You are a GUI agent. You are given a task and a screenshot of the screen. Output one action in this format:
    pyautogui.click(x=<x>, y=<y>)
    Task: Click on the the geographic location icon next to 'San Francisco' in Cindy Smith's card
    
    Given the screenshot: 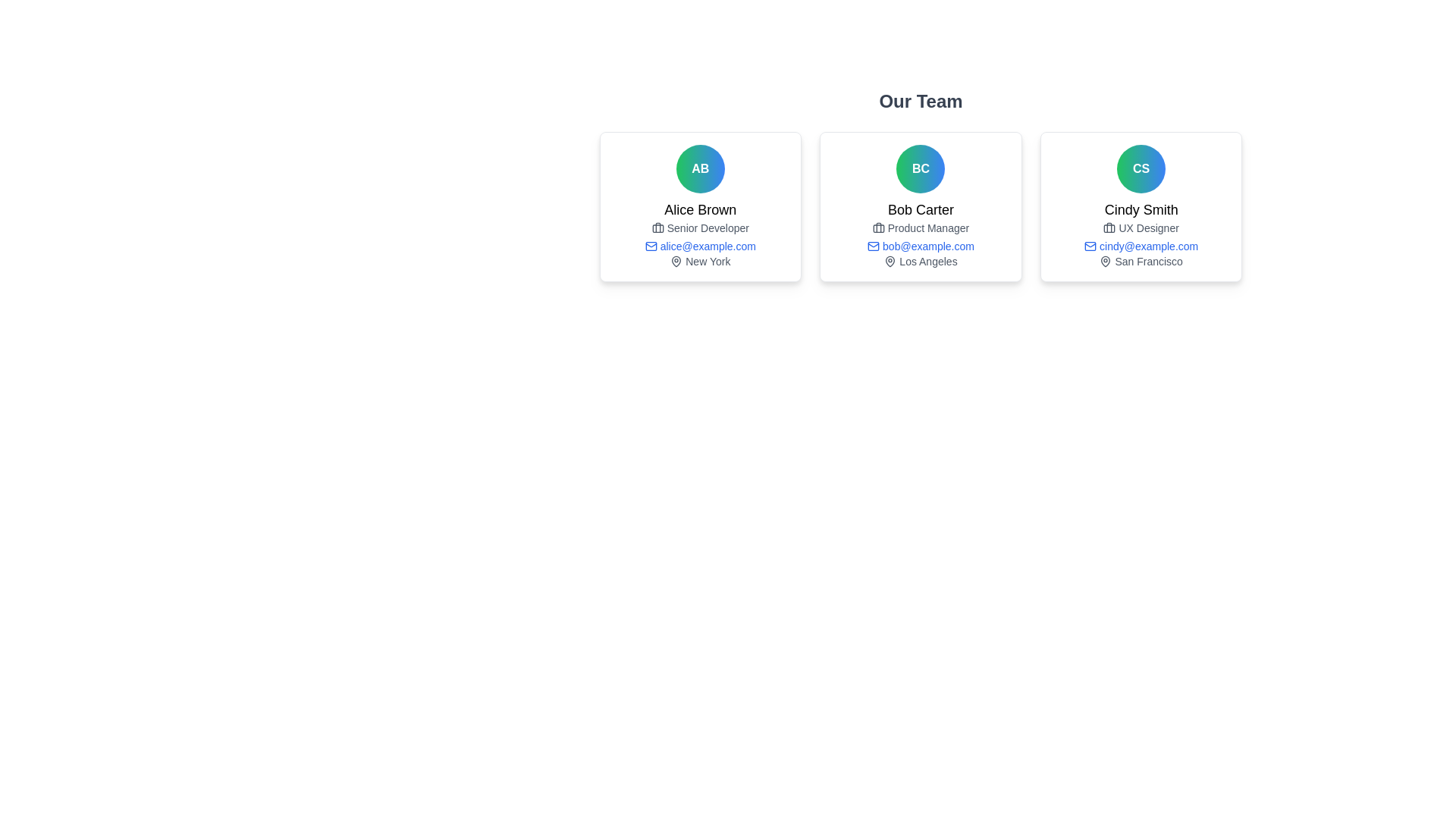 What is the action you would take?
    pyautogui.click(x=1106, y=260)
    